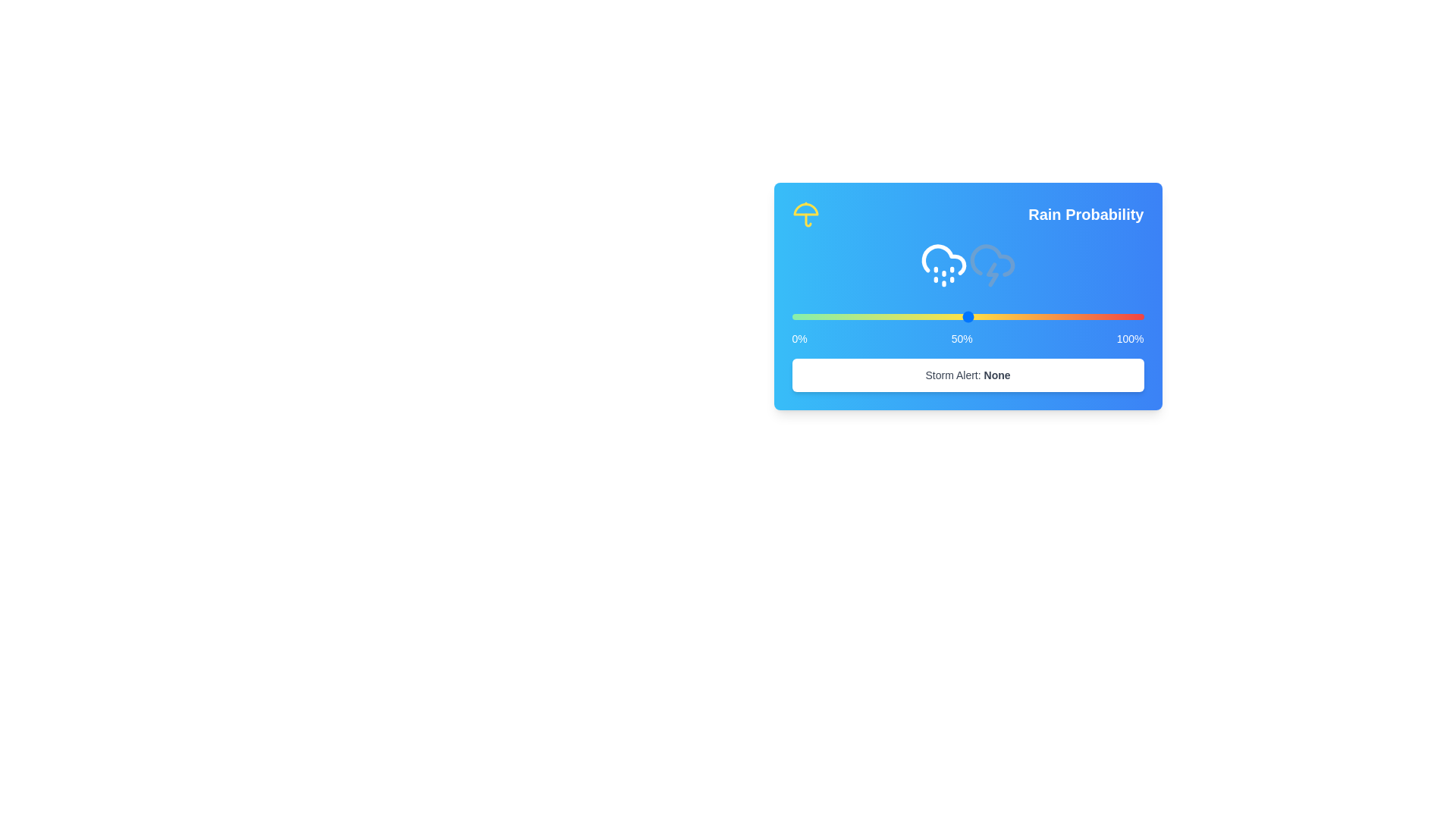 The width and height of the screenshot is (1456, 819). I want to click on the drizzling cloud icon to interact with it, so click(943, 263).